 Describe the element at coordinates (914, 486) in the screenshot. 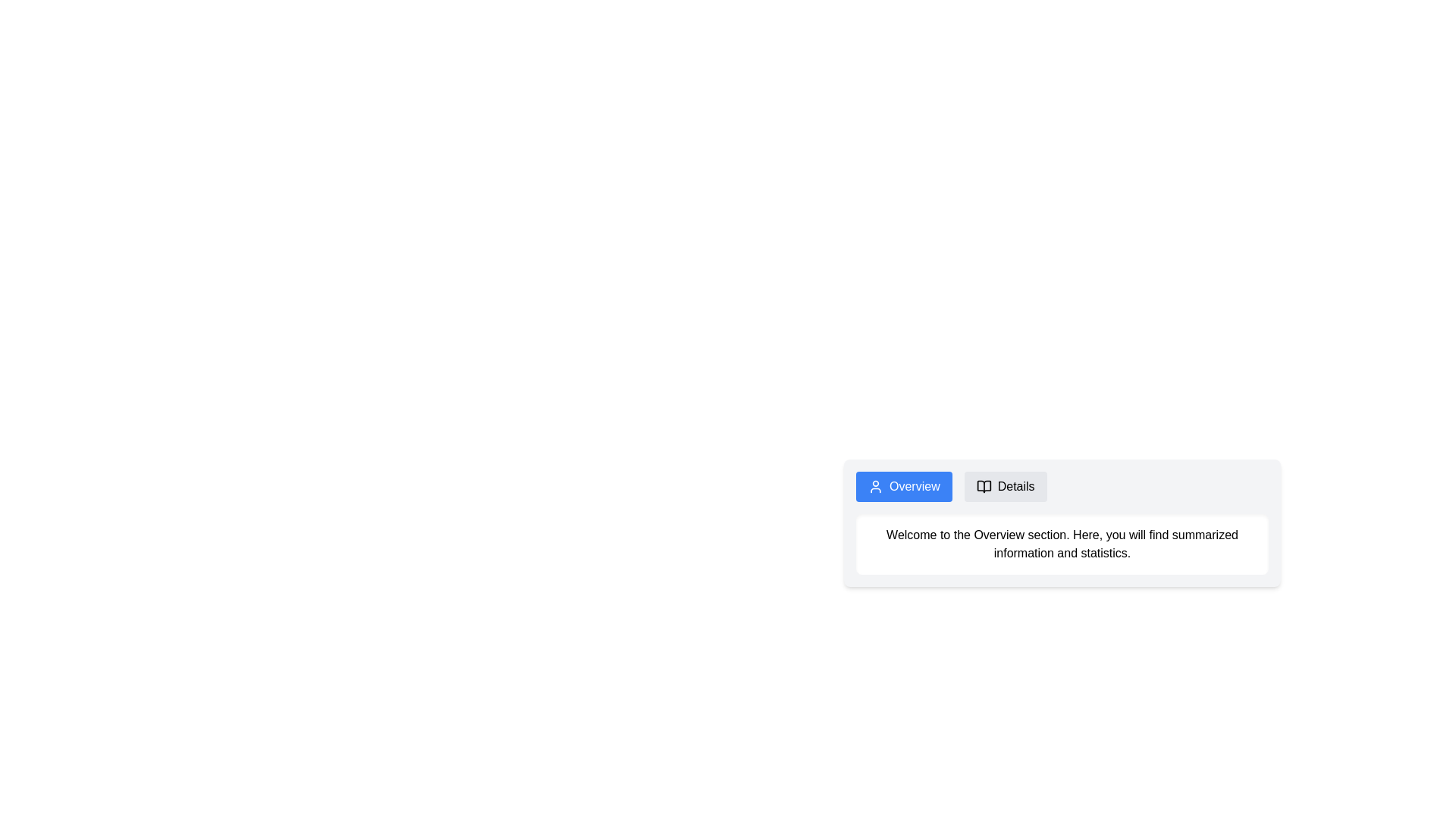

I see `the 'Overview' text label on the blue button in the navigation bar` at that location.